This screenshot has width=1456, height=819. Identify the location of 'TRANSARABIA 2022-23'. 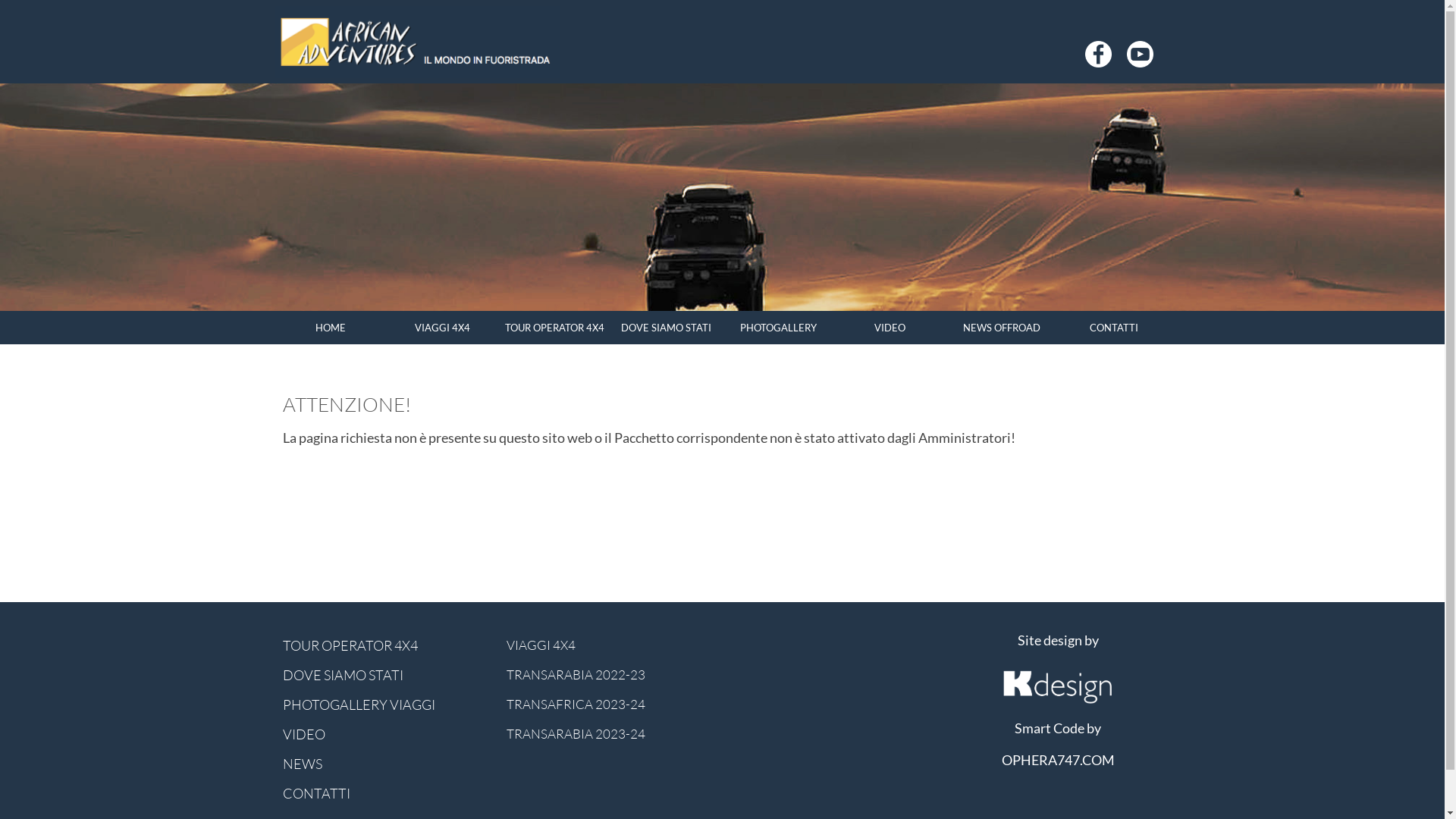
(610, 674).